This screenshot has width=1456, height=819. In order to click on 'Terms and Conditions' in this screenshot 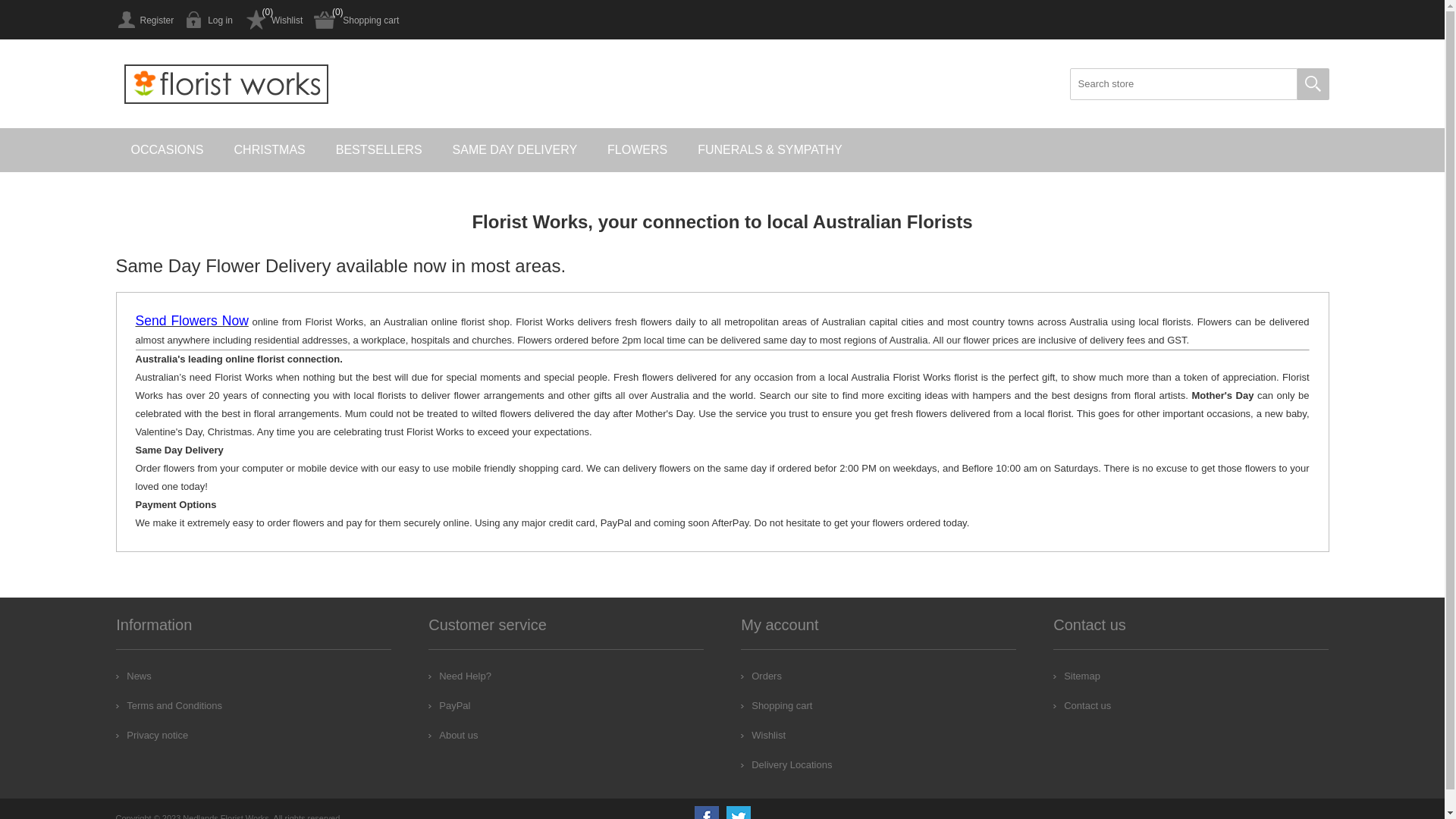, I will do `click(168, 705)`.